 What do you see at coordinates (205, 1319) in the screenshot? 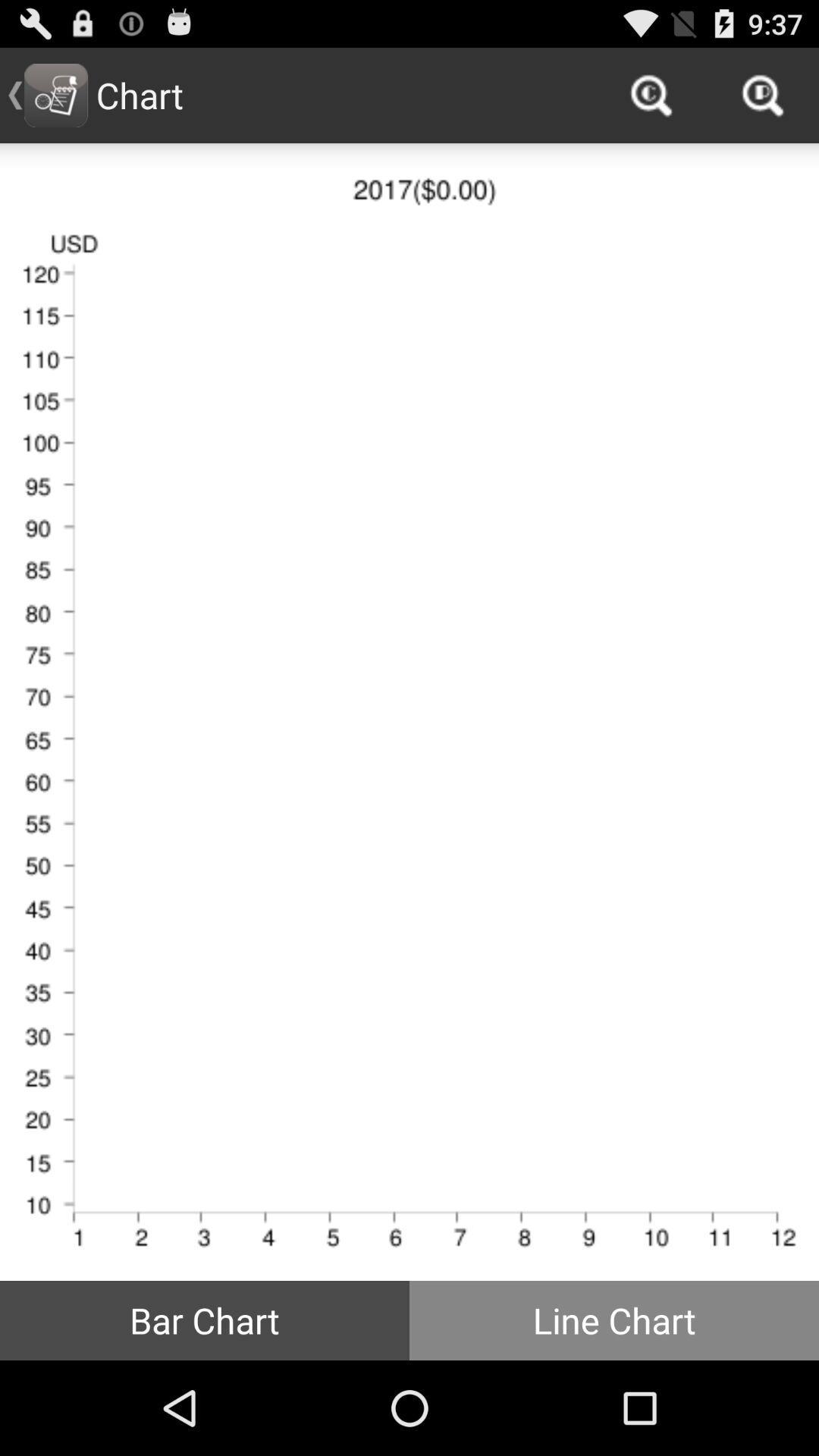
I see `the icon at the bottom left corner` at bounding box center [205, 1319].